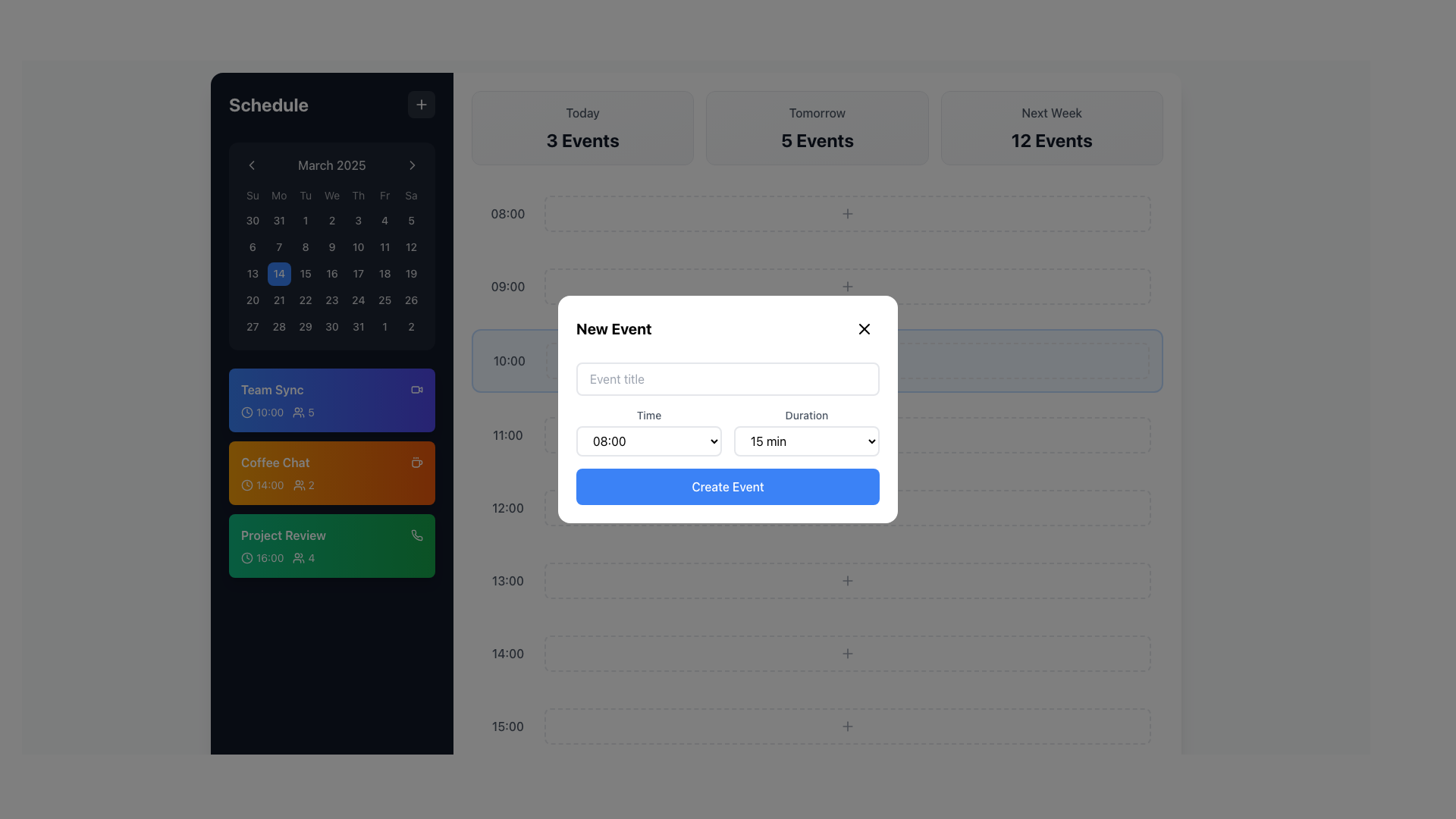 The width and height of the screenshot is (1456, 819). What do you see at coordinates (508, 652) in the screenshot?
I see `the text label displaying the time '14:00' in a gray sans-serif font, positioned on the left side of the timeline interface` at bounding box center [508, 652].